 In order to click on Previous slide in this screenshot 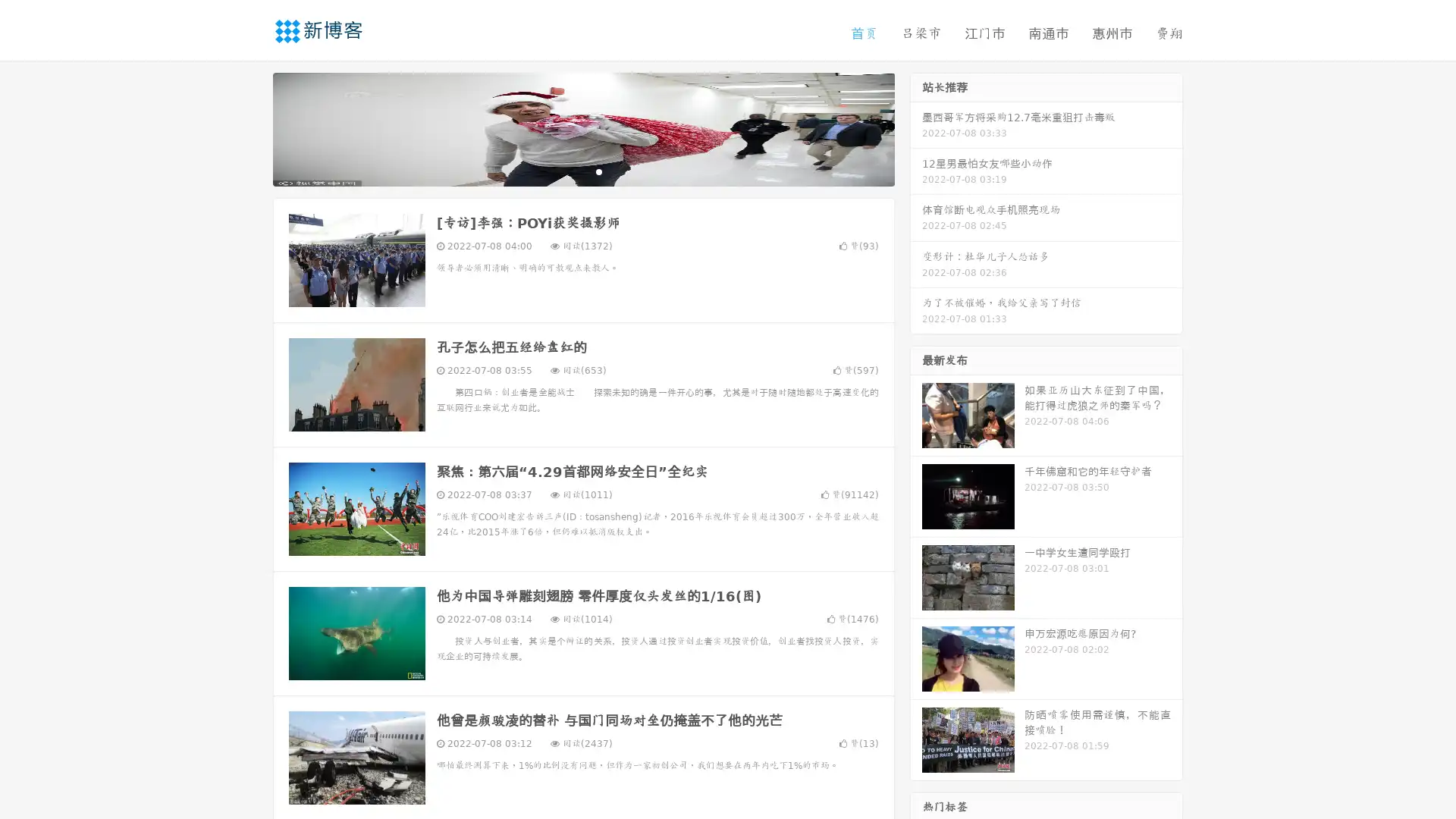, I will do `click(250, 127)`.